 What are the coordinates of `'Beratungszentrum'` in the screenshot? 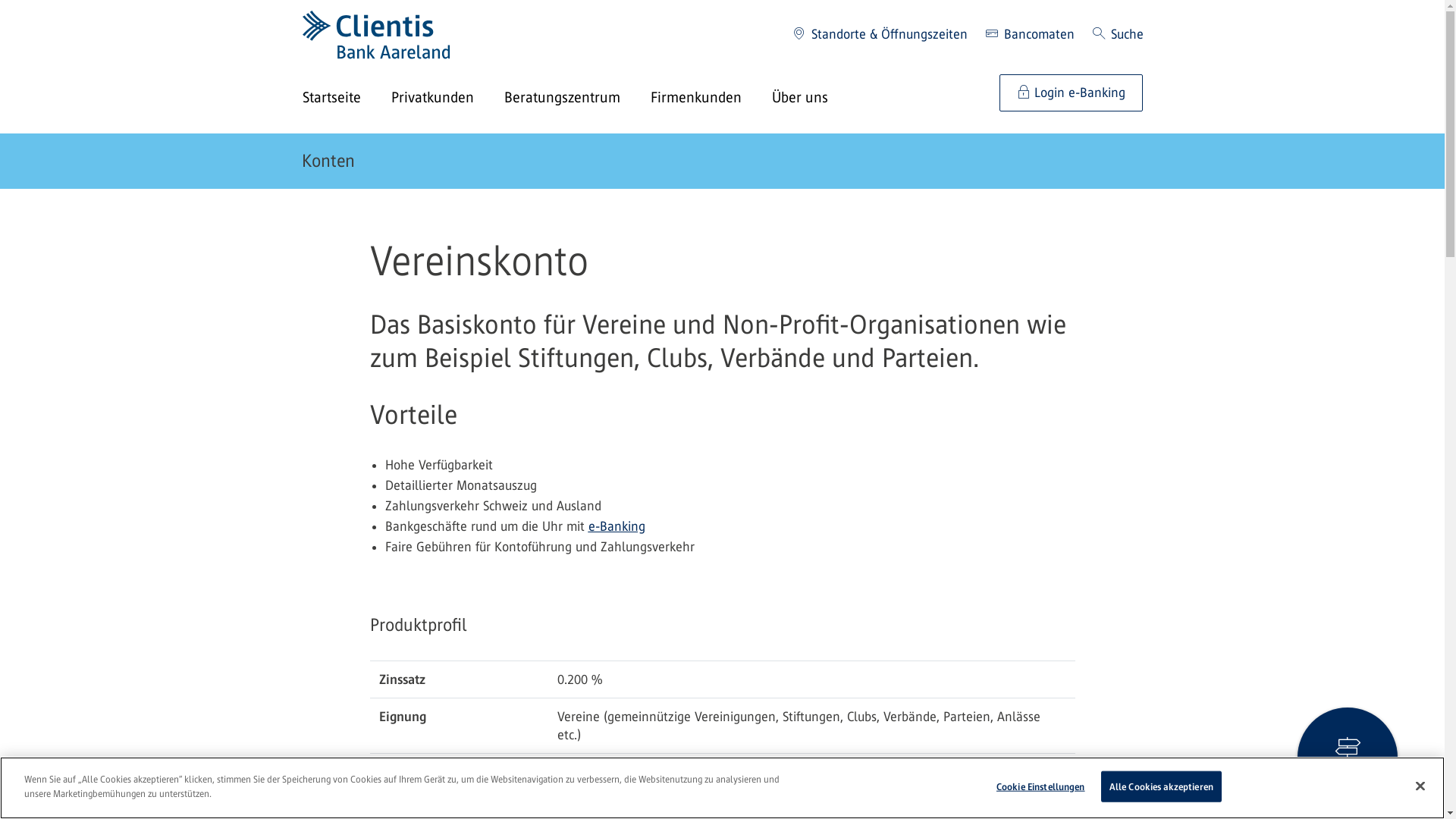 It's located at (576, 99).